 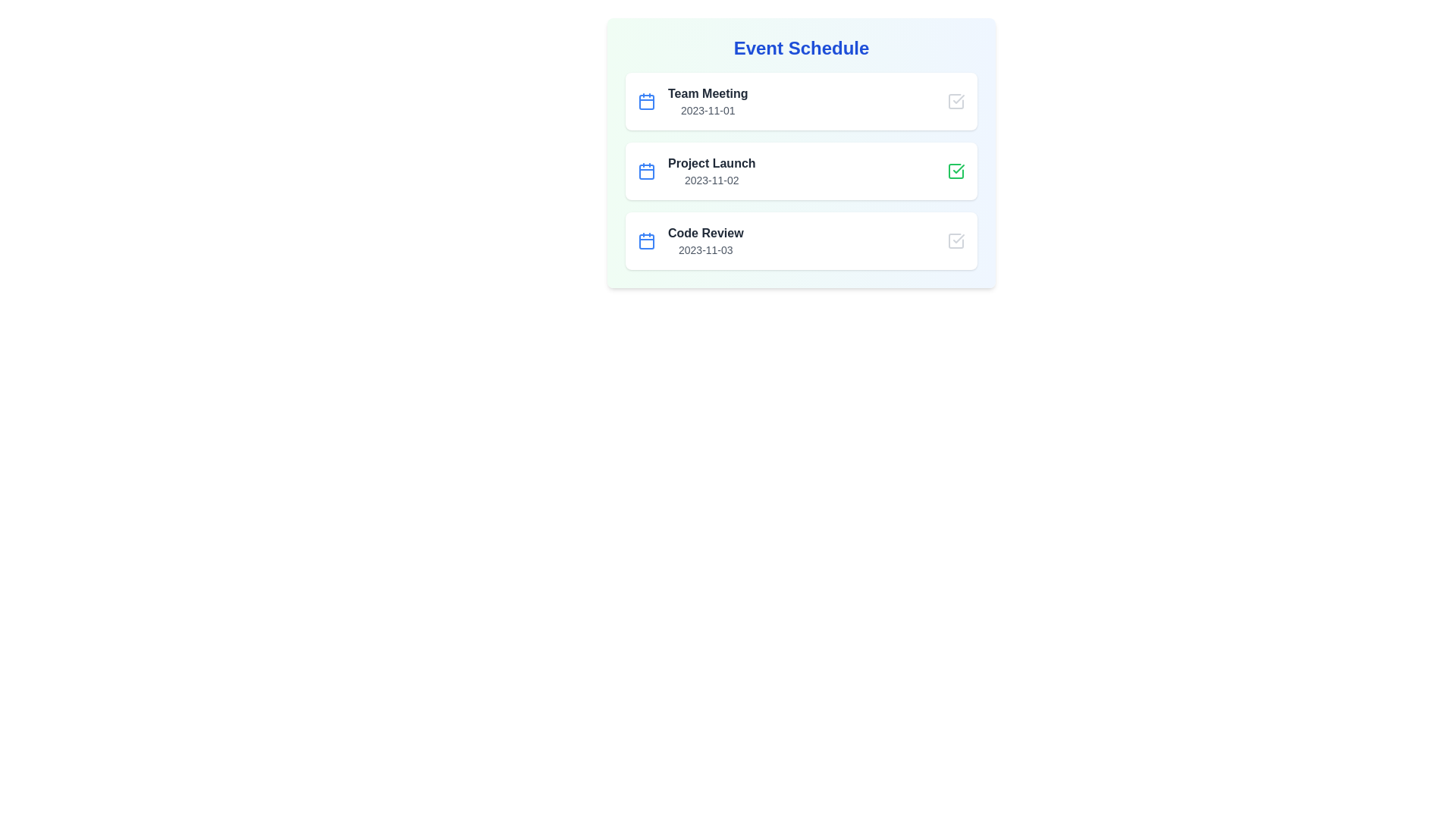 I want to click on the event titled Team Meeting to view its details, so click(x=707, y=93).